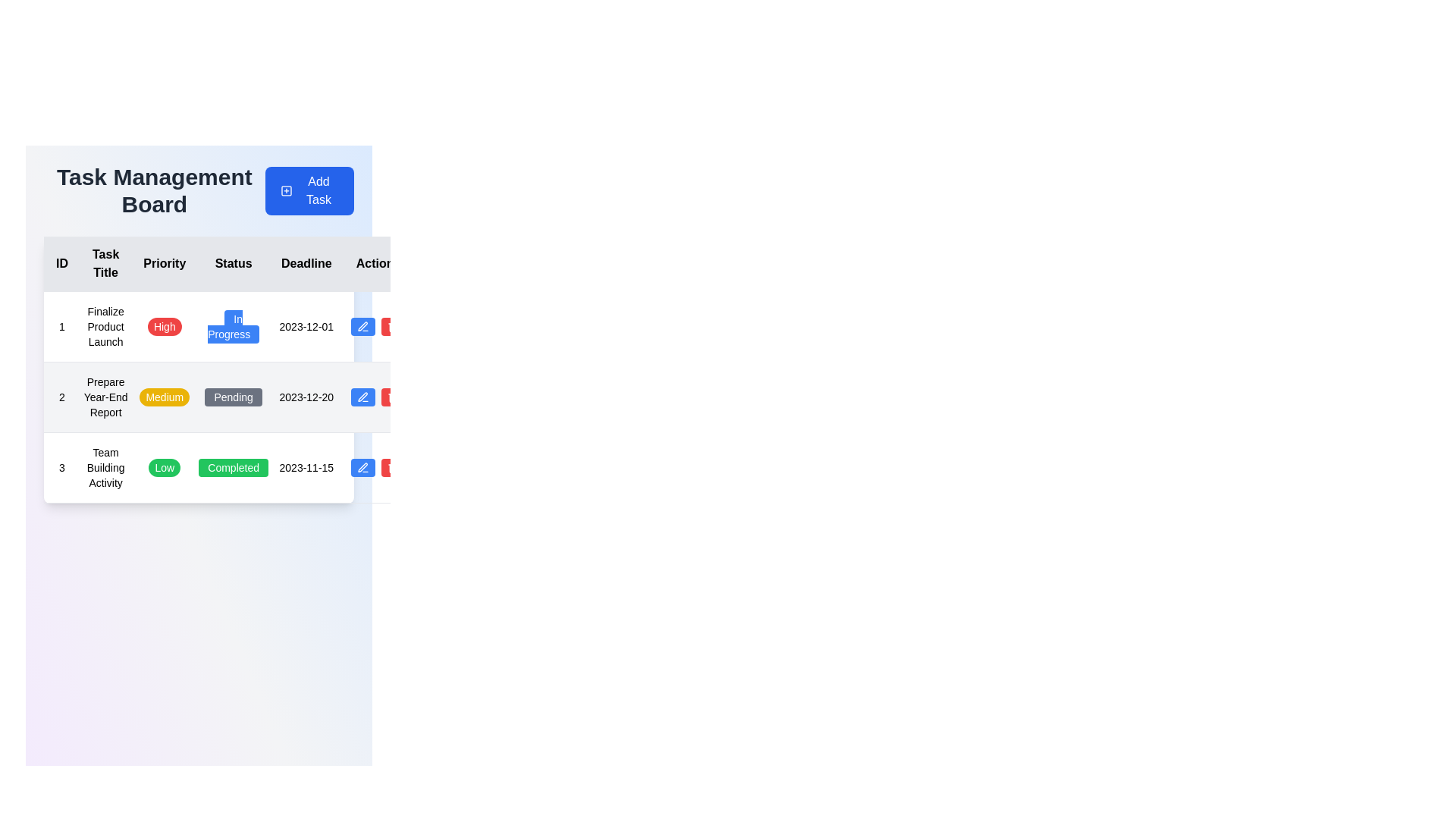 The width and height of the screenshot is (1456, 819). Describe the element at coordinates (61, 397) in the screenshot. I see `the text element that indicates the index or ID of the task in the leftmost column of the second row in a task tracking table` at that location.